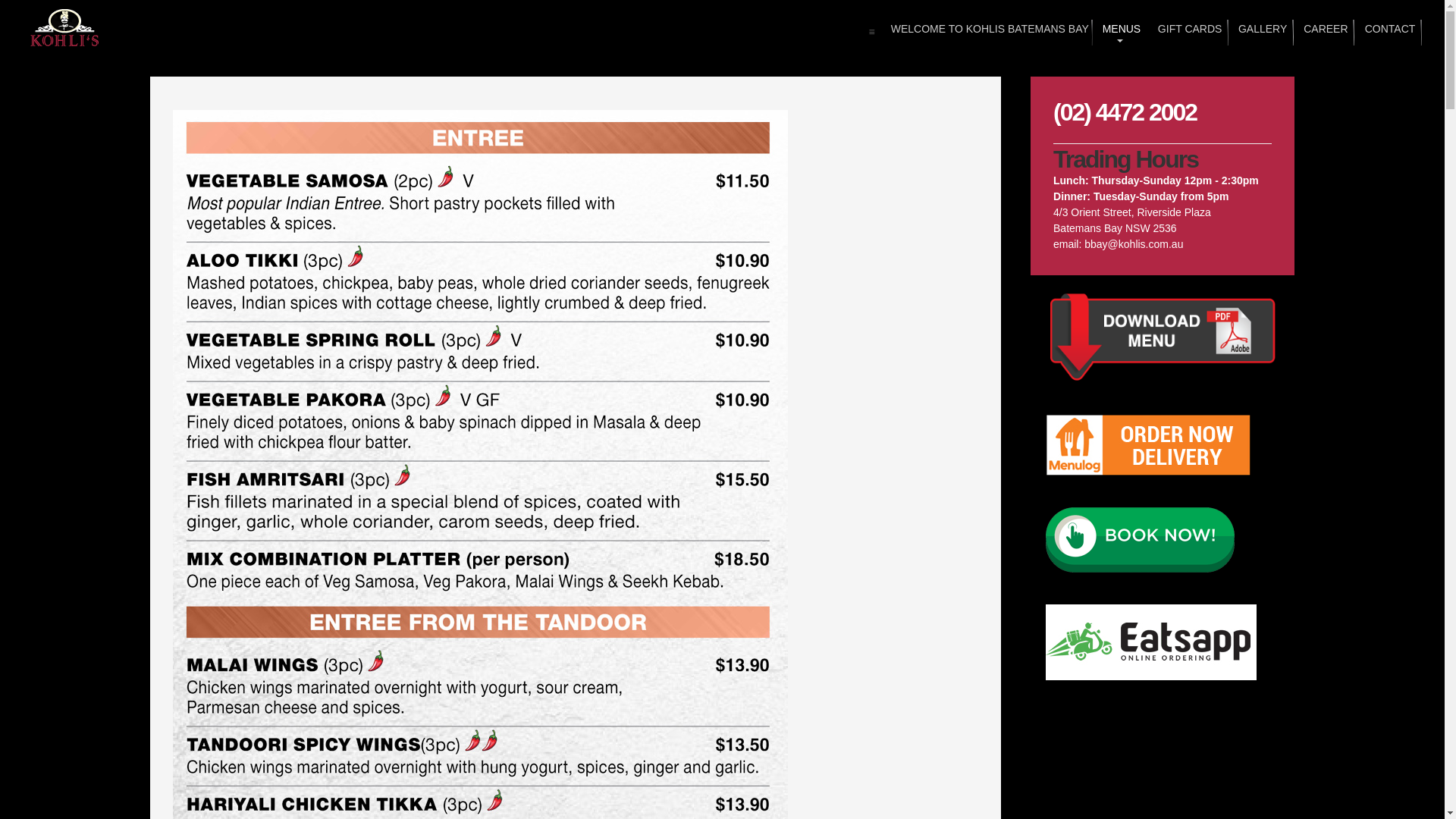 This screenshot has width=1456, height=819. I want to click on 'CONTACT', so click(1363, 32).